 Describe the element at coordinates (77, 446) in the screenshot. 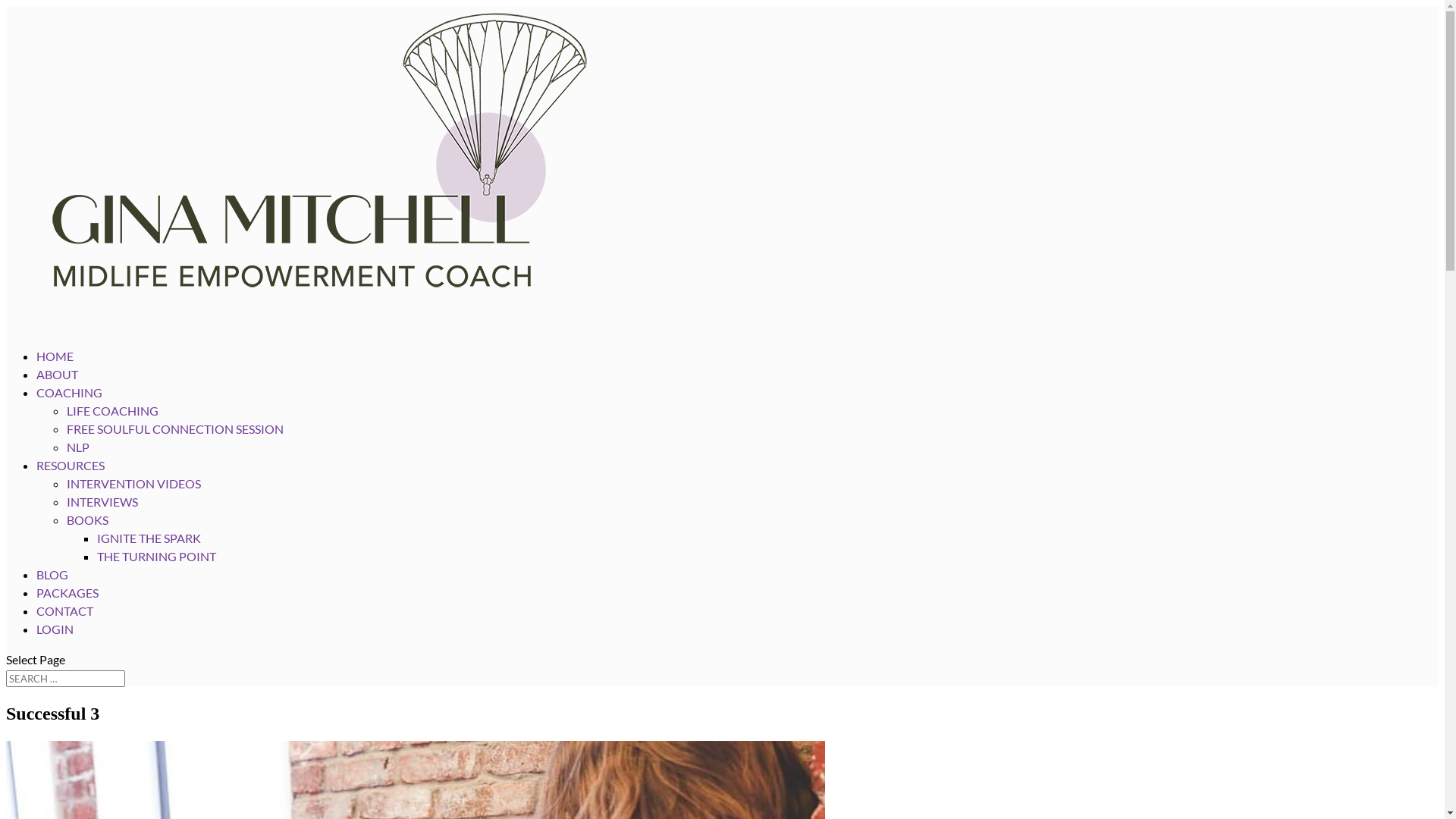

I see `'NLP'` at that location.